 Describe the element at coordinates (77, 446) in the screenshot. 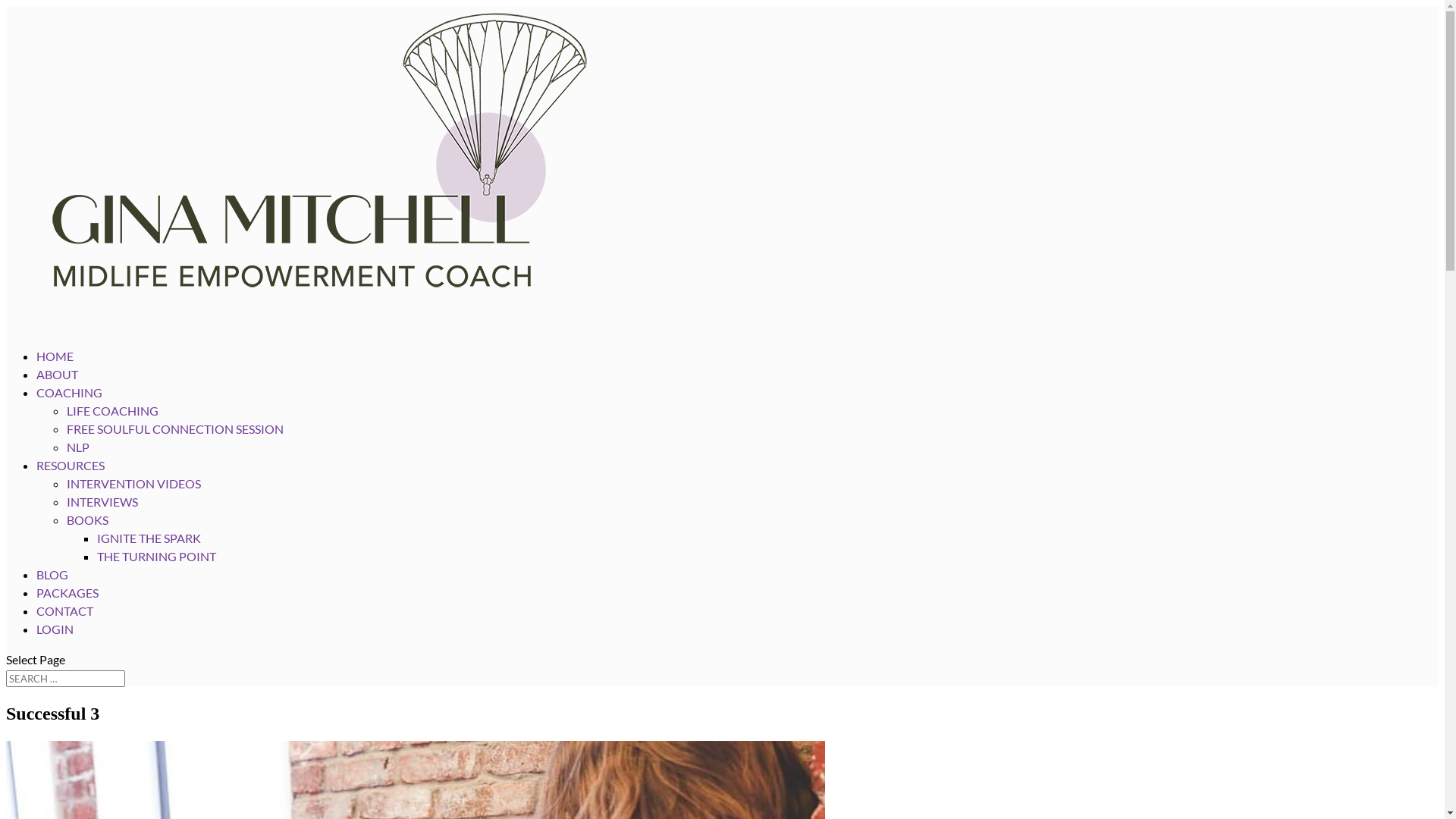

I see `'NLP'` at that location.